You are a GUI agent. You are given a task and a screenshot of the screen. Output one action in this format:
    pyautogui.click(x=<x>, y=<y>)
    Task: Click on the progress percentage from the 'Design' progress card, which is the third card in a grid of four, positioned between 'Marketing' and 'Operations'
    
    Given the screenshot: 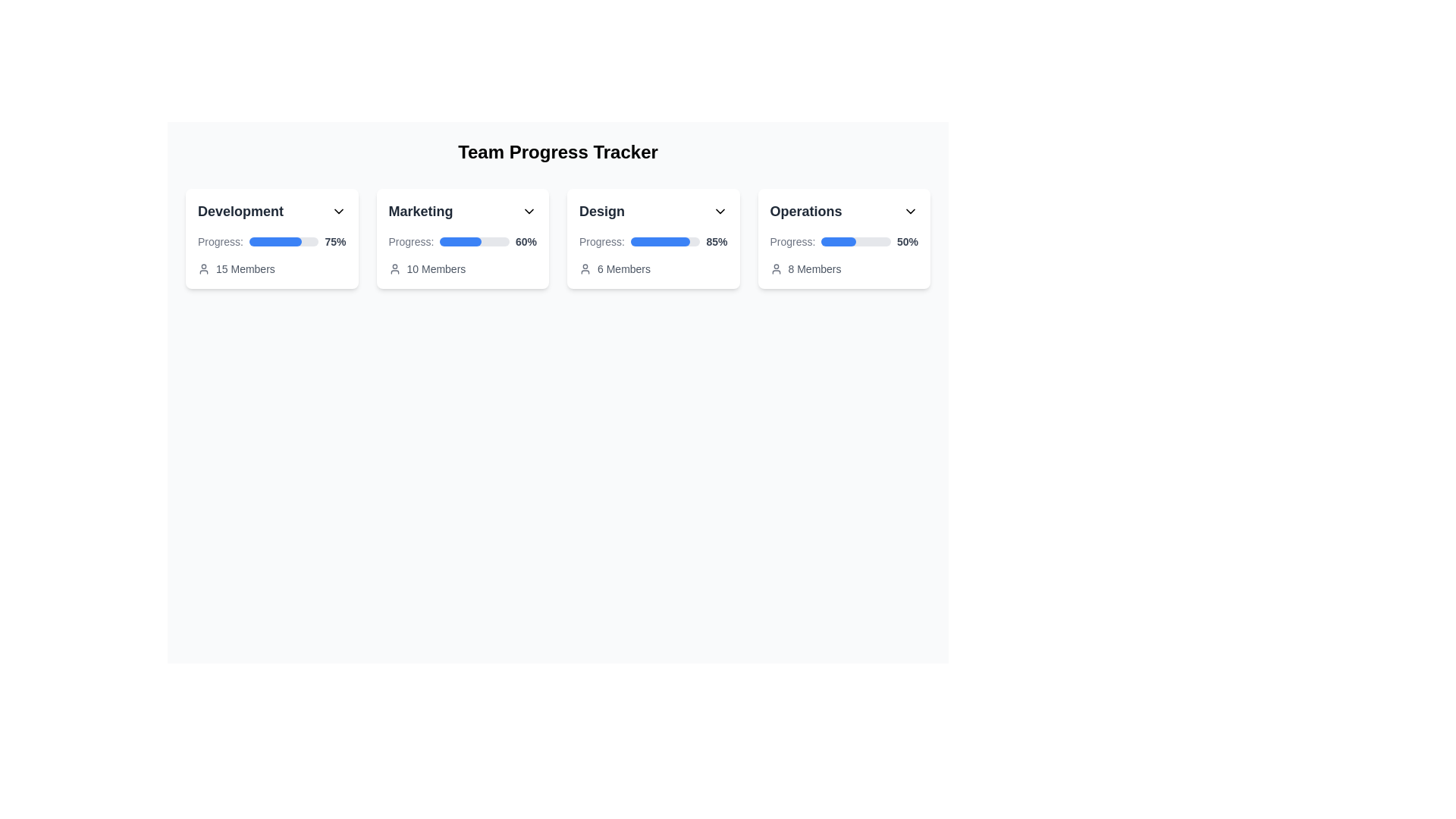 What is the action you would take?
    pyautogui.click(x=653, y=239)
    